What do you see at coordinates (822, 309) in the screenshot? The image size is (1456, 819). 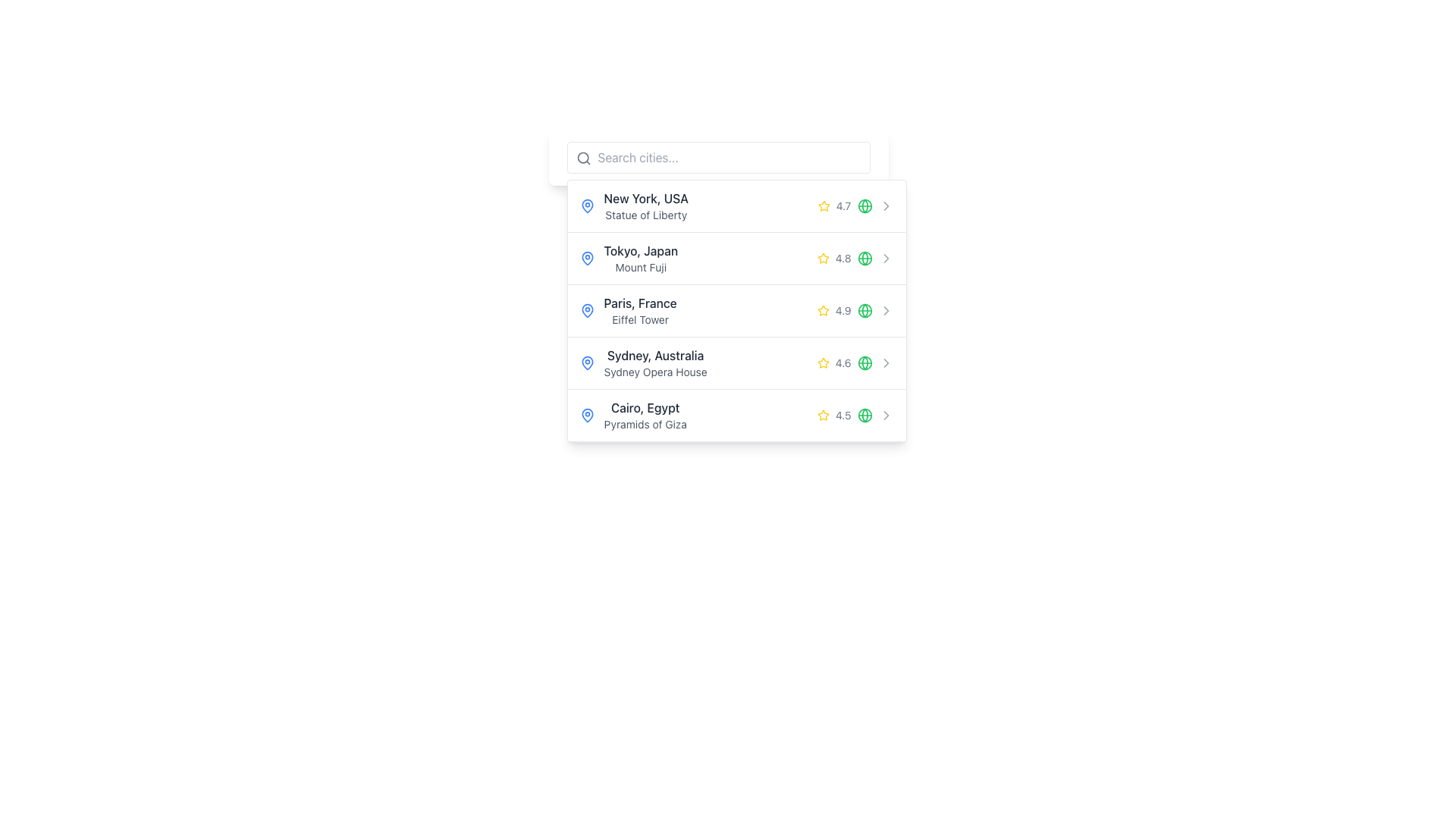 I see `the yellow star-shaped icon indicating a high rating next to the '4.9' rating text for 'Paris, France'` at bounding box center [822, 309].